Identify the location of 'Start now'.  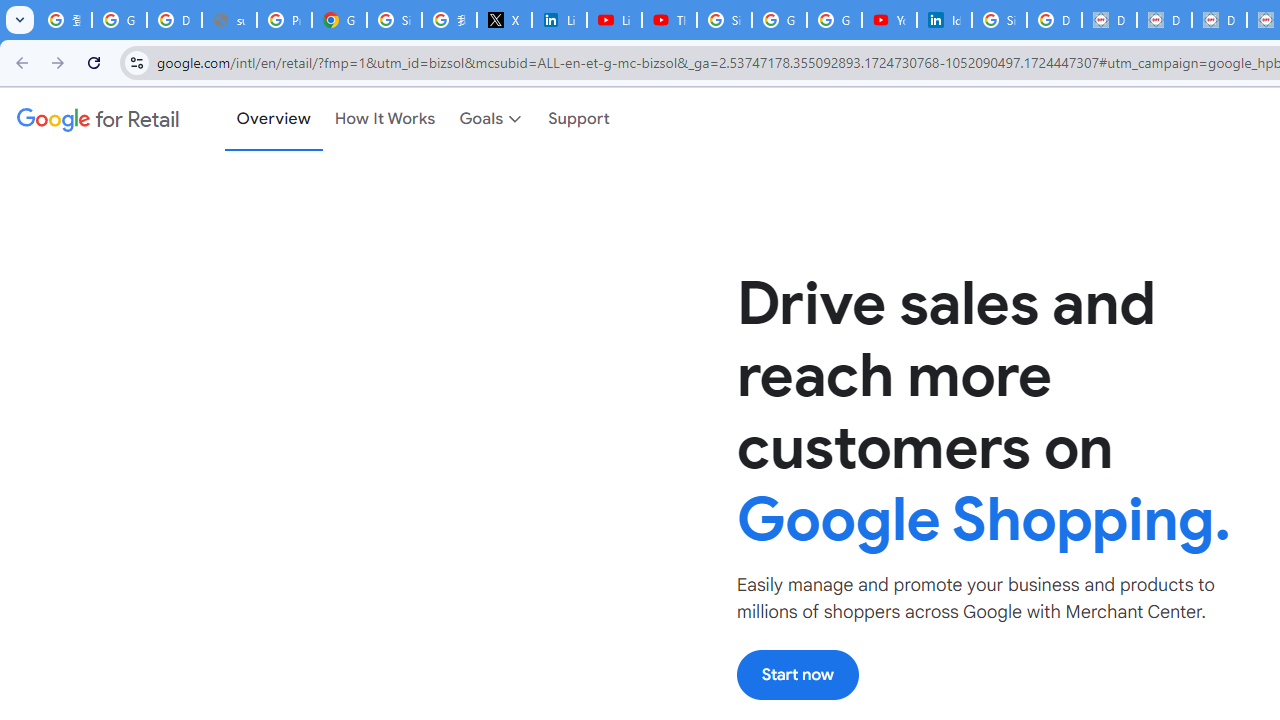
(796, 674).